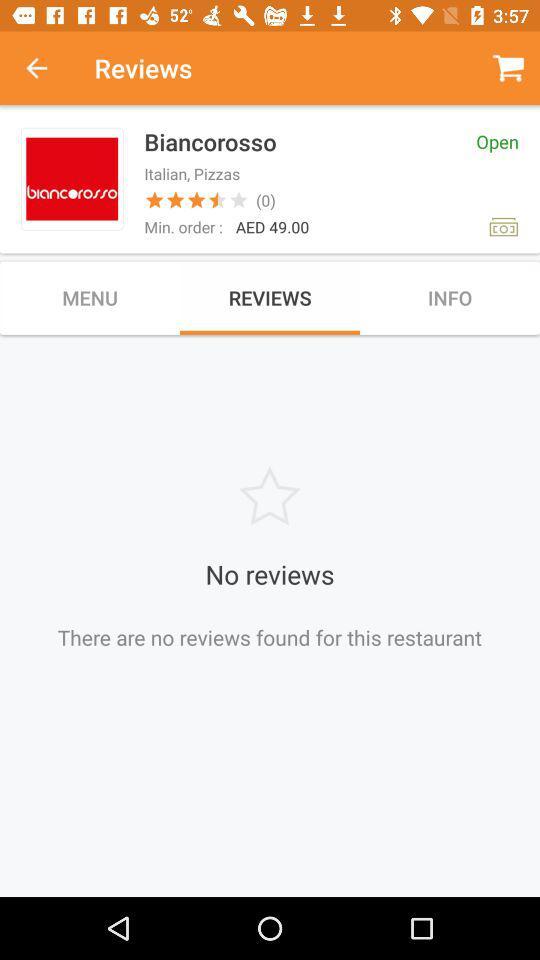 Image resolution: width=540 pixels, height=960 pixels. Describe the element at coordinates (47, 68) in the screenshot. I see `the item to the left of reviews icon` at that location.